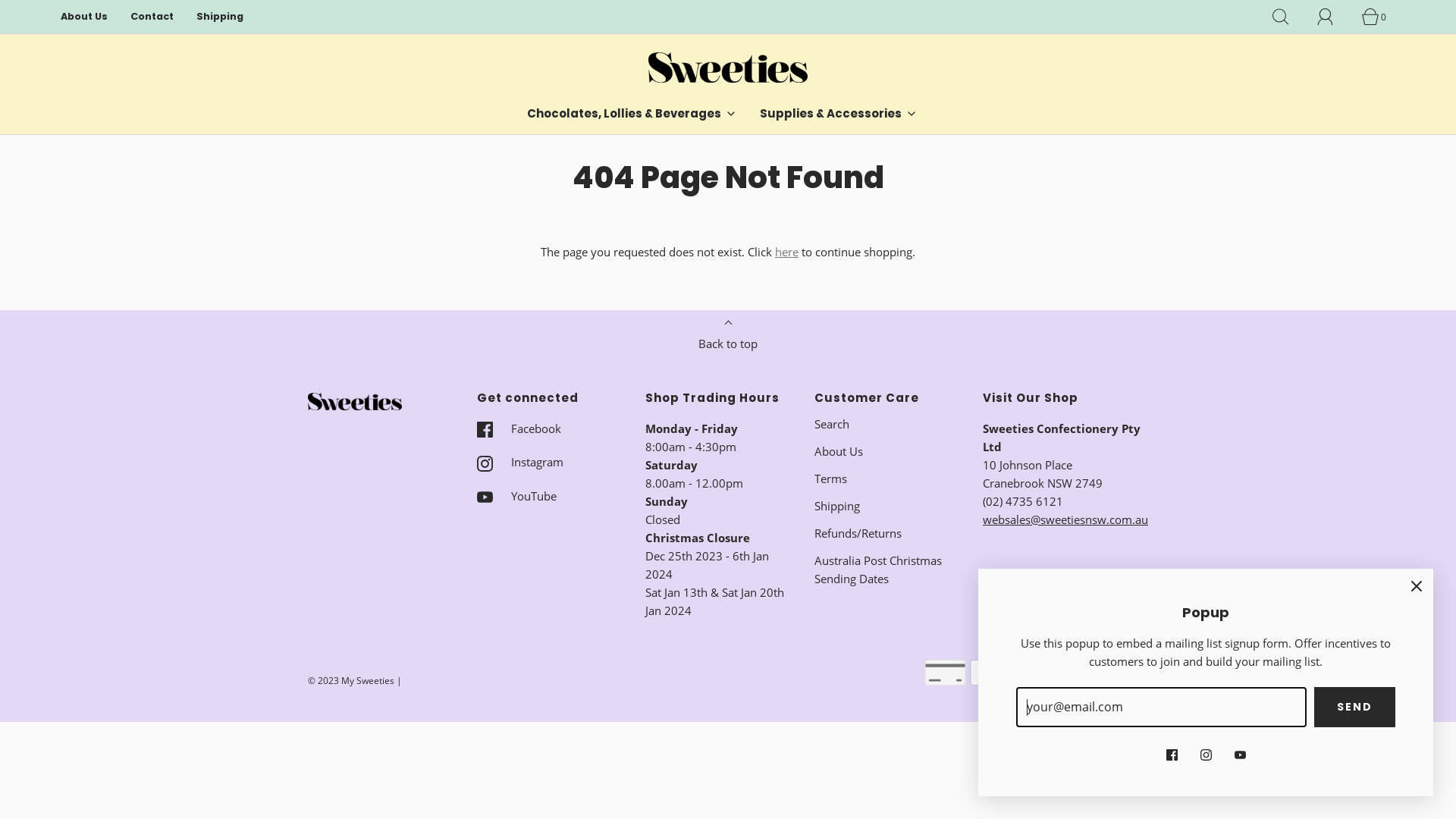 Image resolution: width=1456 pixels, height=819 pixels. Describe the element at coordinates (1379, 17) in the screenshot. I see `'0'` at that location.